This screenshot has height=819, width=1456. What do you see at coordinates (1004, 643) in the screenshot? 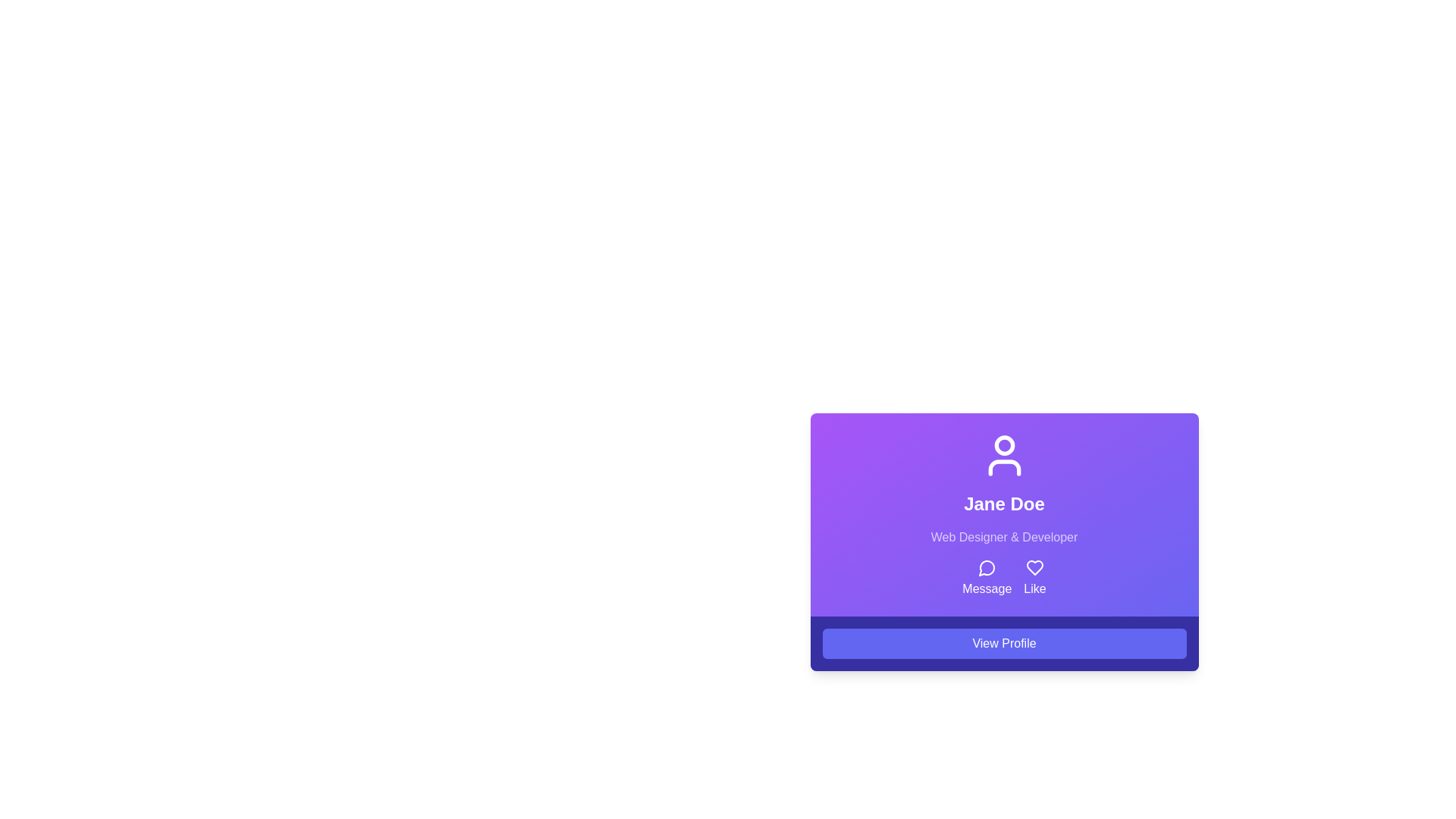
I see `the 'View Profile' button, which is a rectangular button with rounded corners located at the bottom center of a card-like profile section, featuring a dark blue background and white text` at bounding box center [1004, 643].